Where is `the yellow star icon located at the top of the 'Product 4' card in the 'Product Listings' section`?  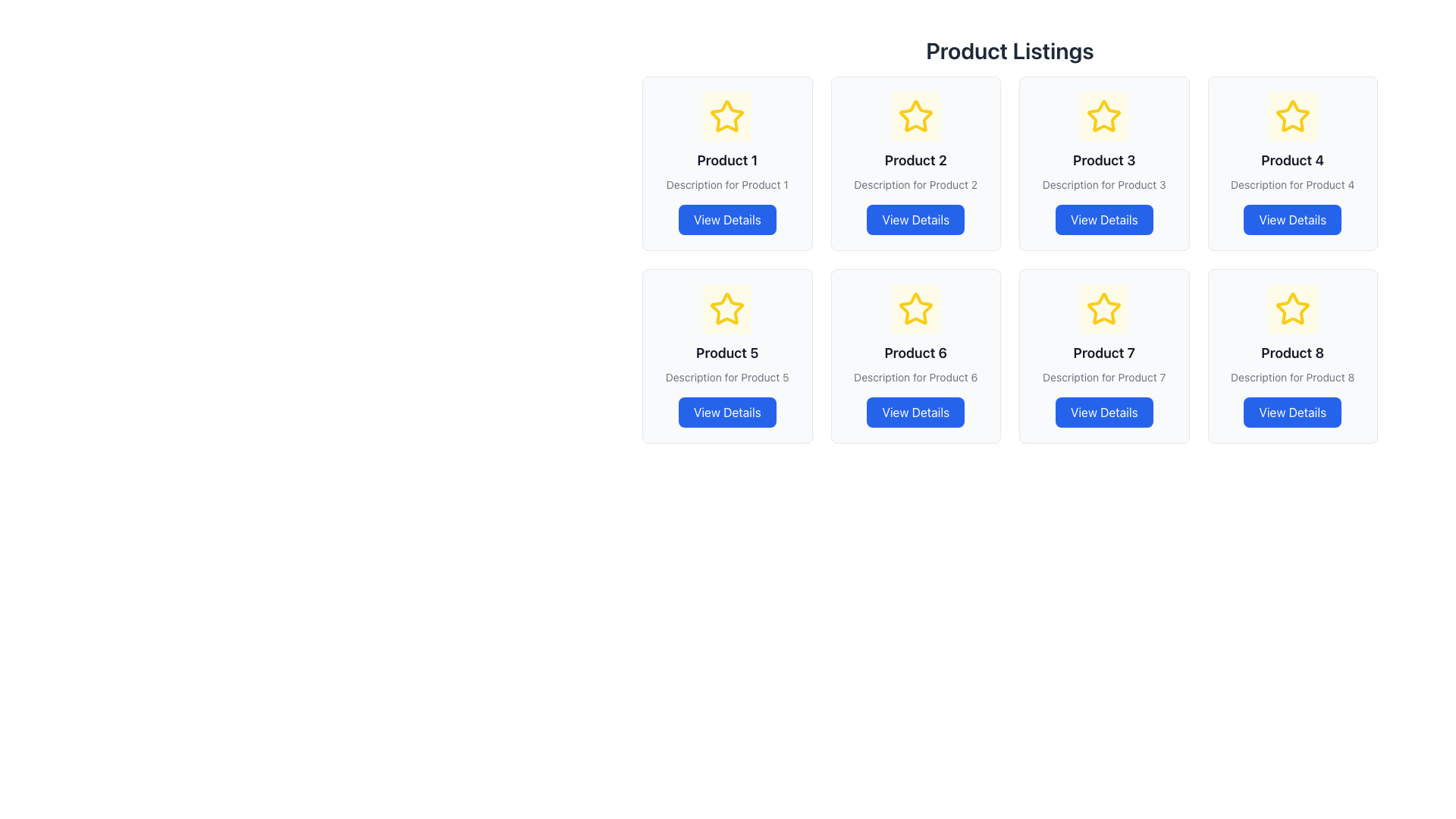 the yellow star icon located at the top of the 'Product 4' card in the 'Product Listings' section is located at coordinates (1291, 116).